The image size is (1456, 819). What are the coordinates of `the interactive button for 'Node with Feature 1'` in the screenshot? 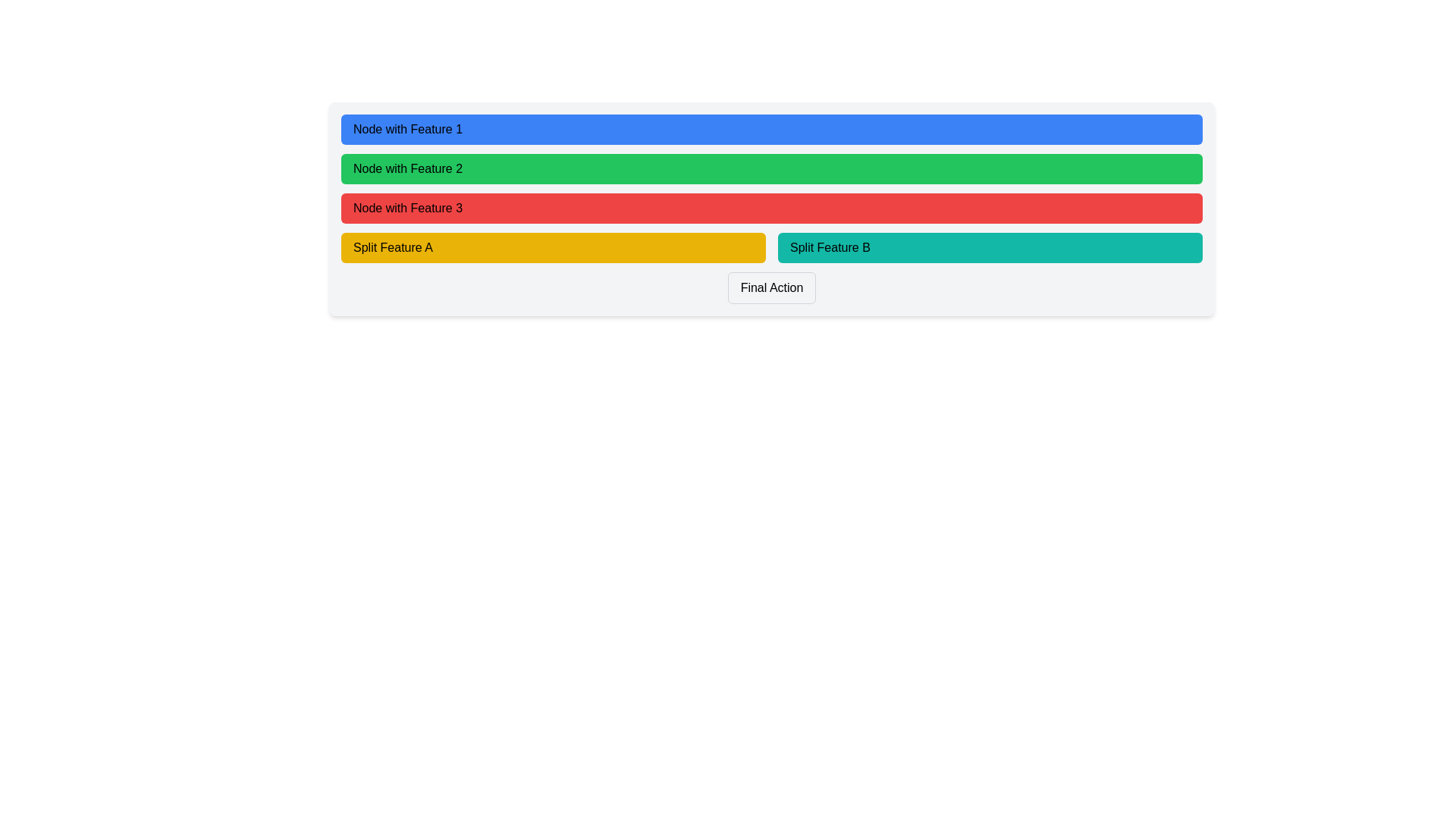 It's located at (771, 128).